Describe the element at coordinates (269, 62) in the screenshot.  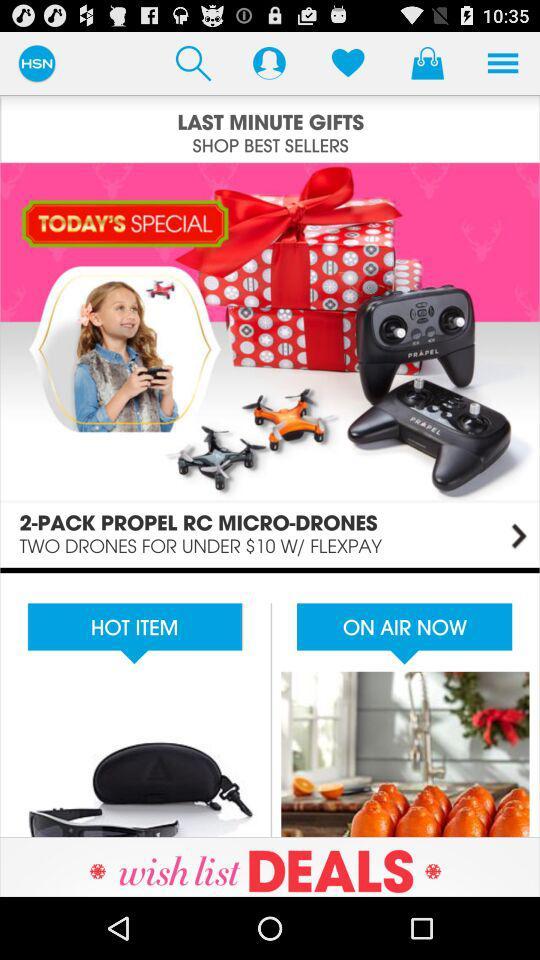
I see `login to your account` at that location.